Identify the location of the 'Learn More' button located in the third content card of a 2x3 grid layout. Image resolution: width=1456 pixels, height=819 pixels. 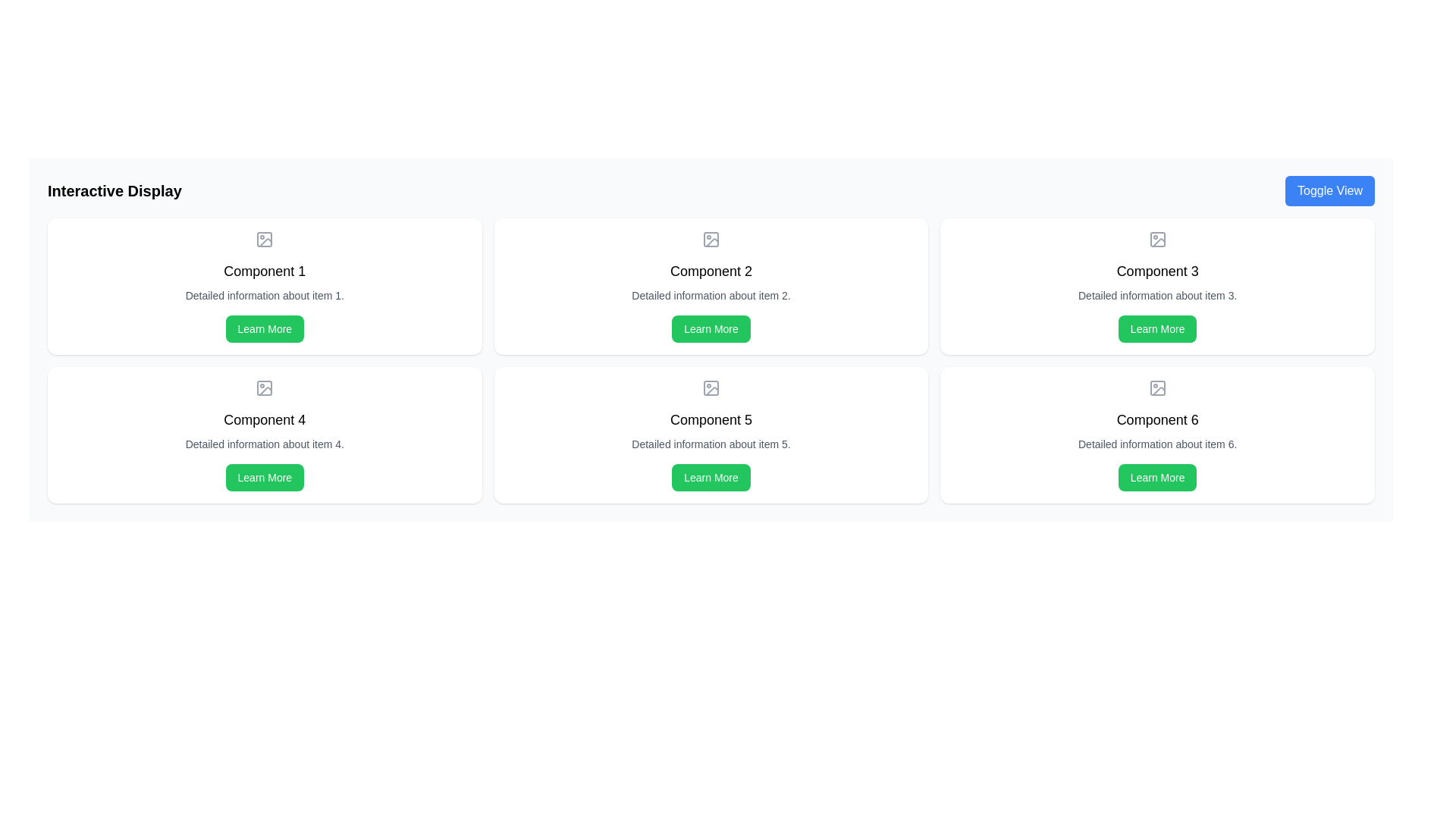
(1156, 328).